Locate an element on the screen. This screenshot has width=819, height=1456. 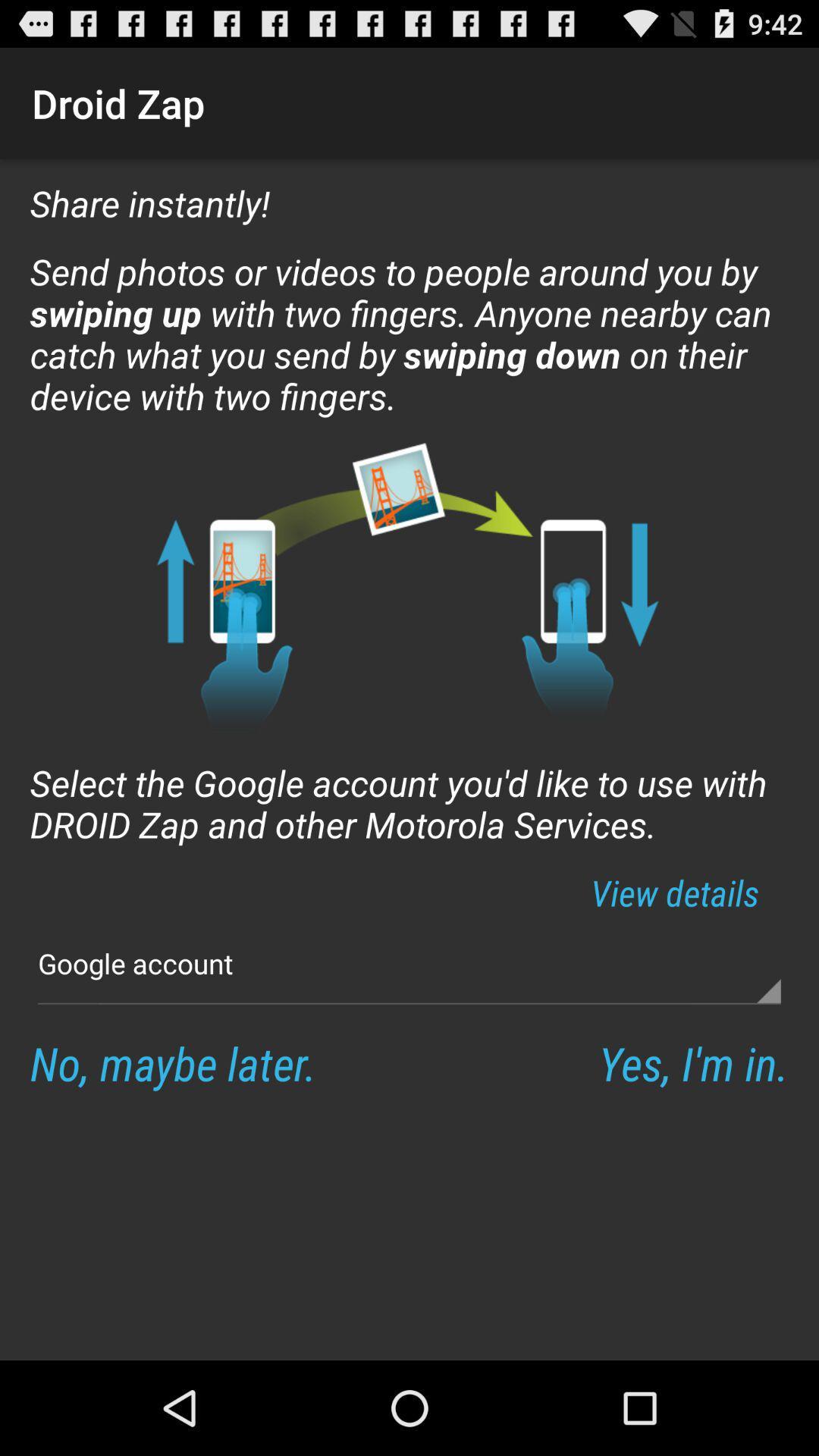
the no, maybe later. app is located at coordinates (172, 1062).